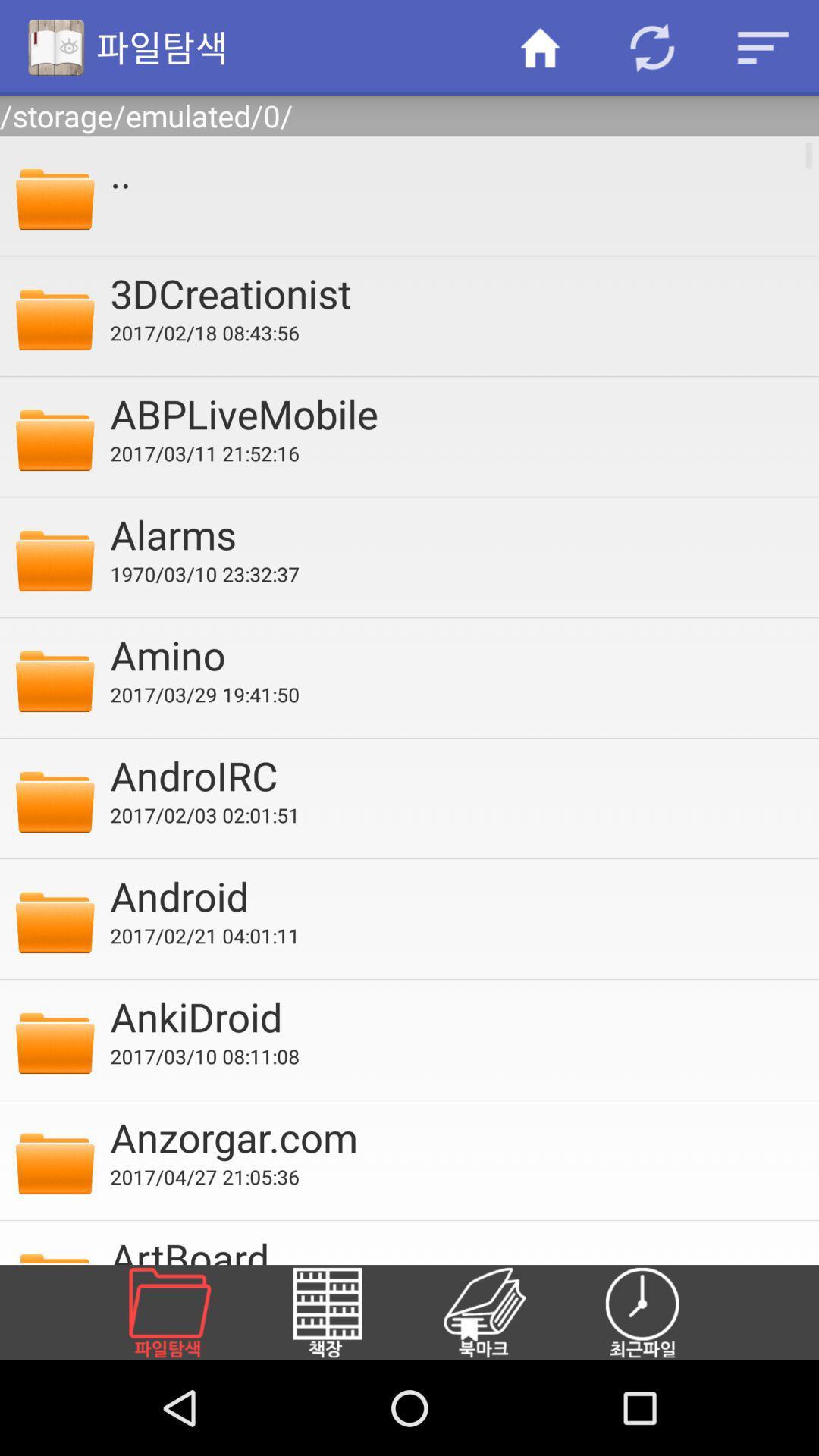 This screenshot has width=819, height=1456. Describe the element at coordinates (660, 1312) in the screenshot. I see `clock icon` at that location.